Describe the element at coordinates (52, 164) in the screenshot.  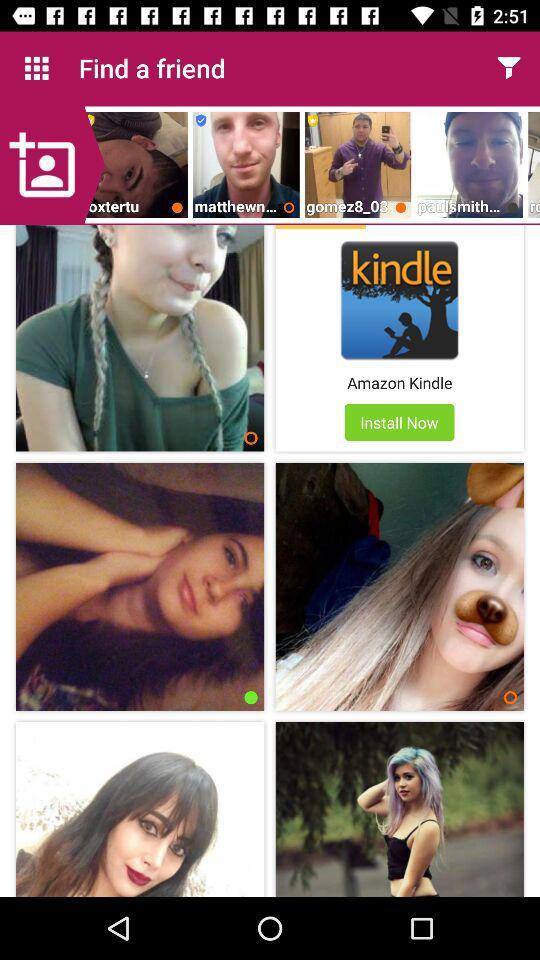
I see `friend` at that location.